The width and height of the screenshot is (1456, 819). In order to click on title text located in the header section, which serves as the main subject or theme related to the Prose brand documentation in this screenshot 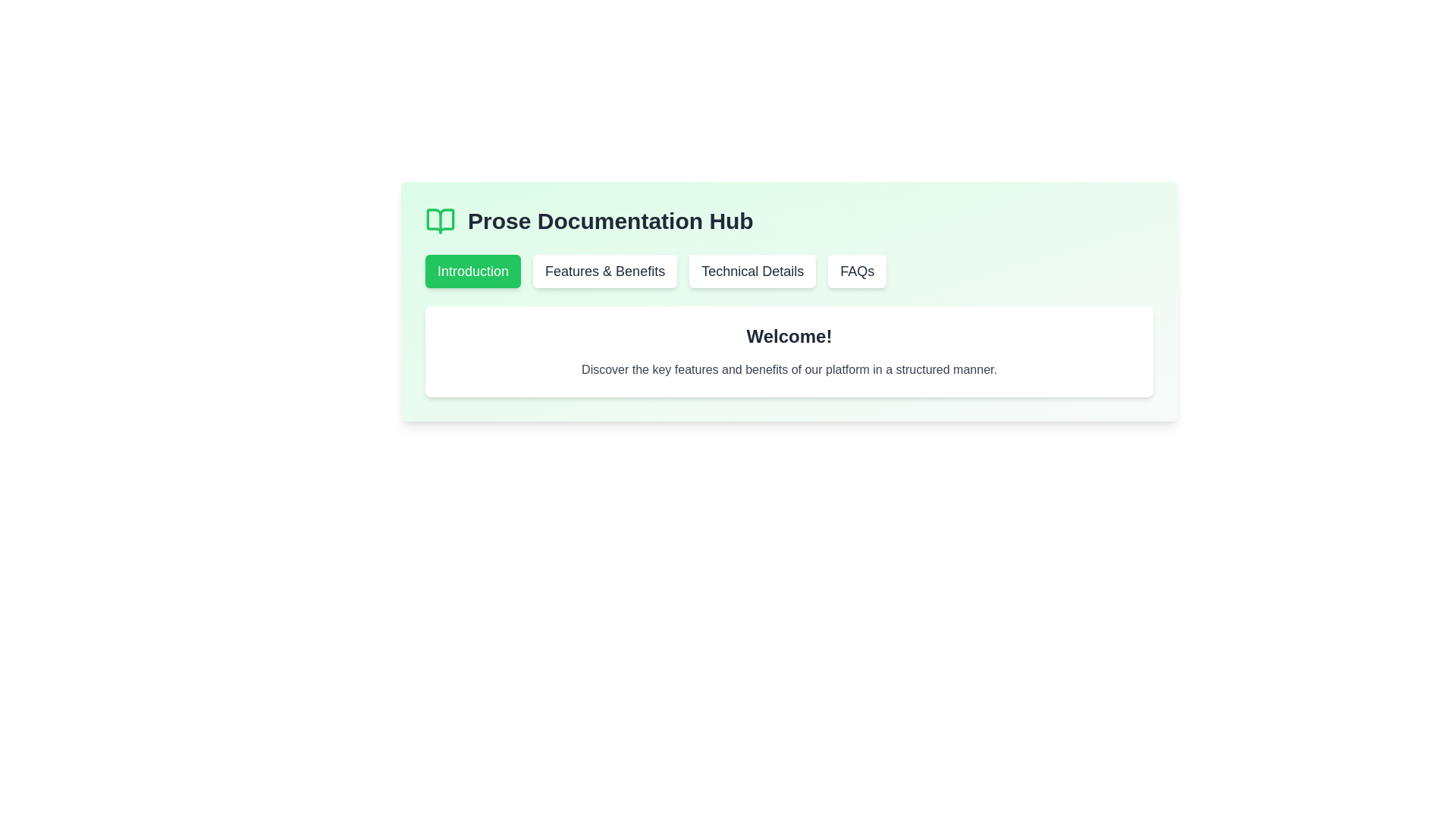, I will do `click(610, 221)`.